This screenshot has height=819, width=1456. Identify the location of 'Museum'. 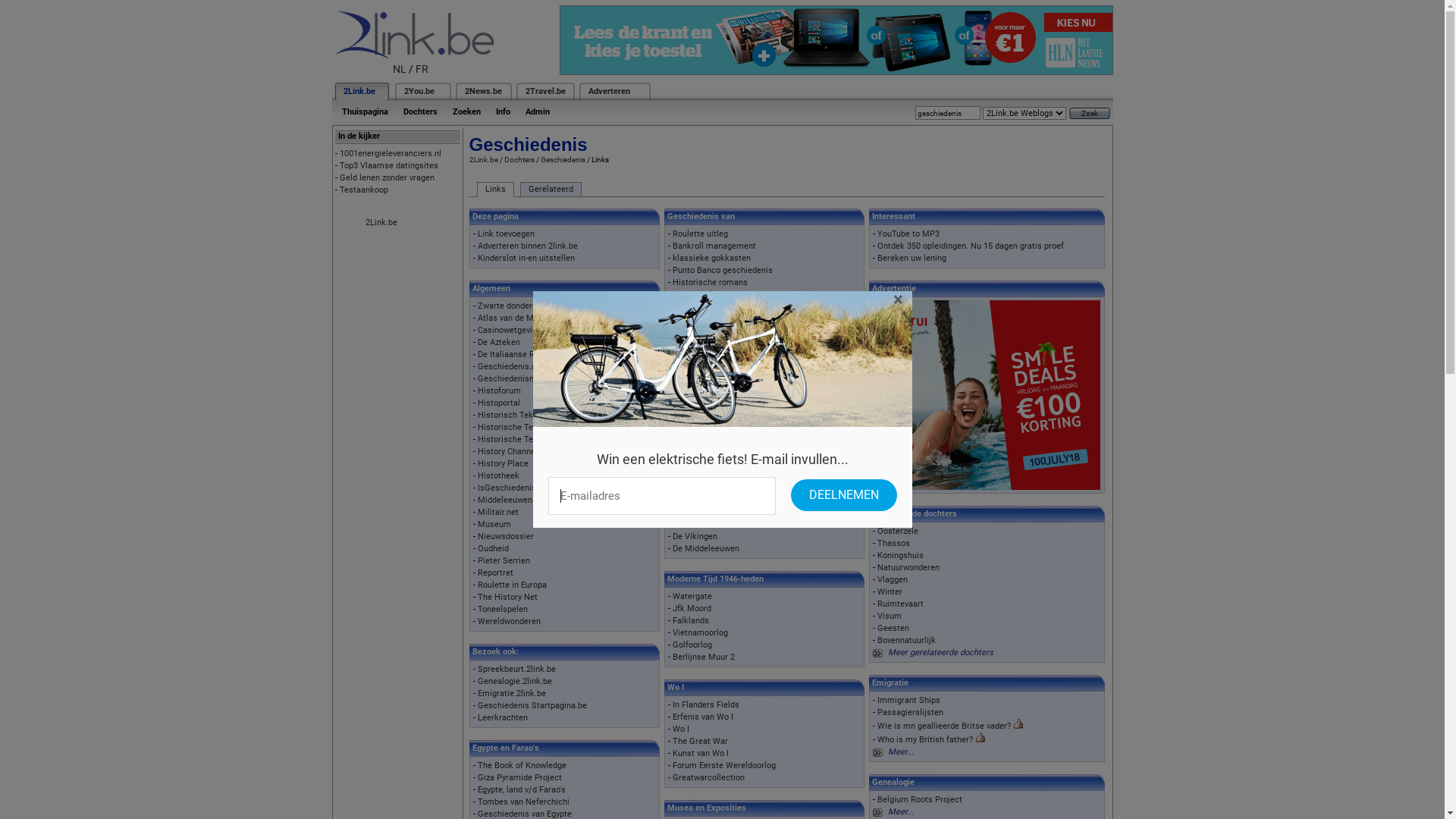
(494, 523).